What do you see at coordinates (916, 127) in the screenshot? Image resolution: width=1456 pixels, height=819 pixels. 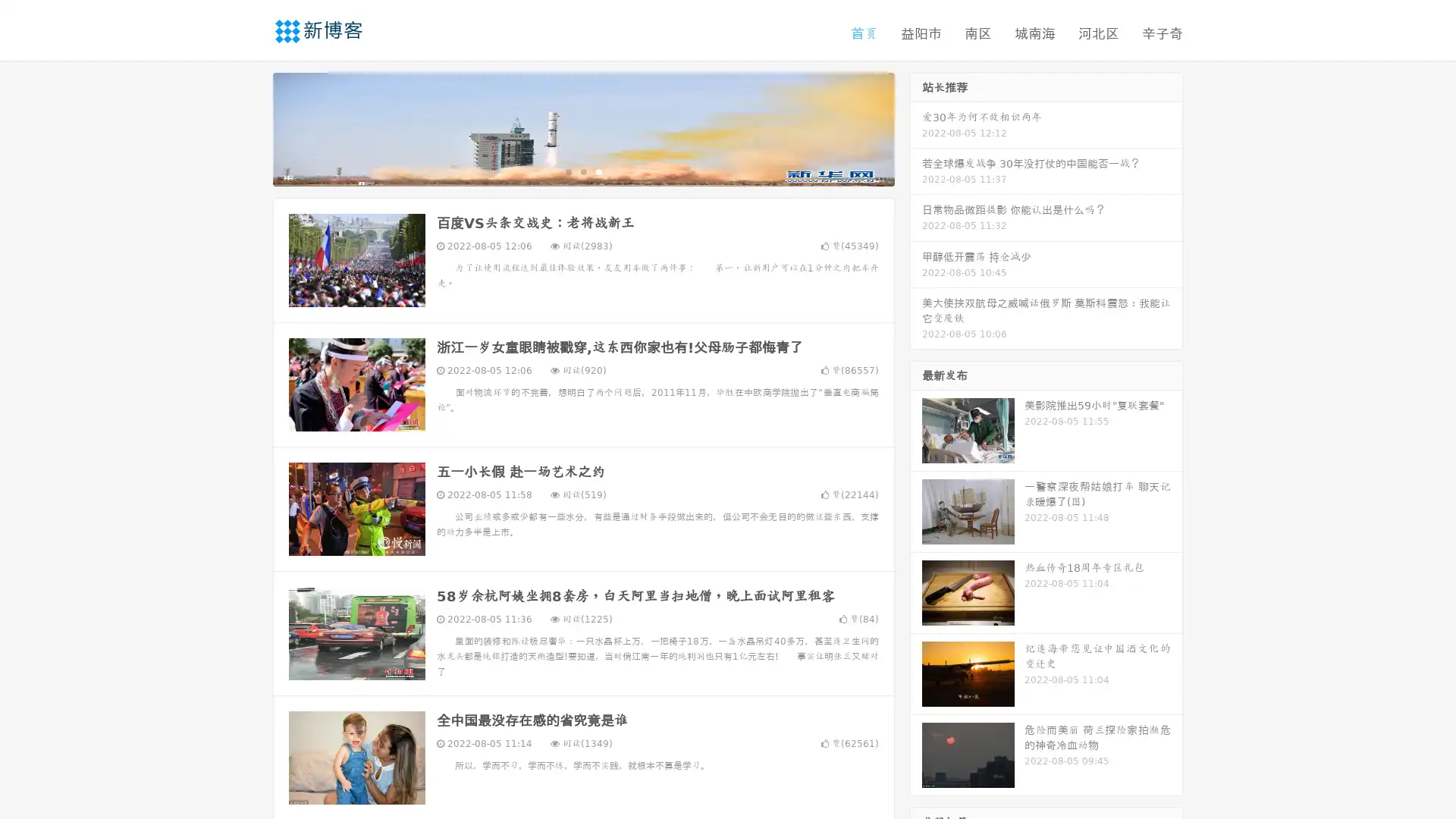 I see `Next slide` at bounding box center [916, 127].